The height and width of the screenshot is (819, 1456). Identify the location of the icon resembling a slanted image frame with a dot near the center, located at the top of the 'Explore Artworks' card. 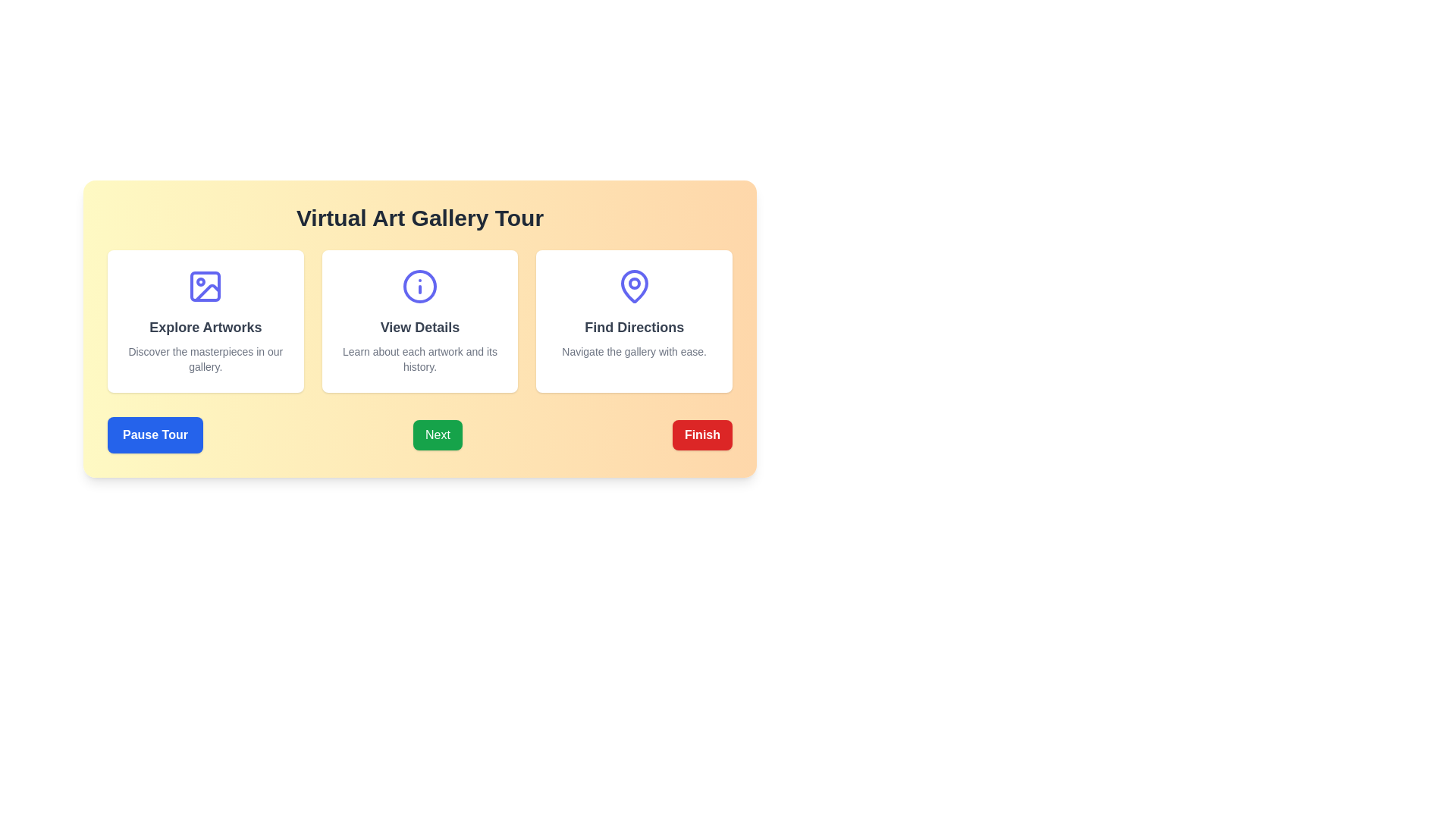
(207, 293).